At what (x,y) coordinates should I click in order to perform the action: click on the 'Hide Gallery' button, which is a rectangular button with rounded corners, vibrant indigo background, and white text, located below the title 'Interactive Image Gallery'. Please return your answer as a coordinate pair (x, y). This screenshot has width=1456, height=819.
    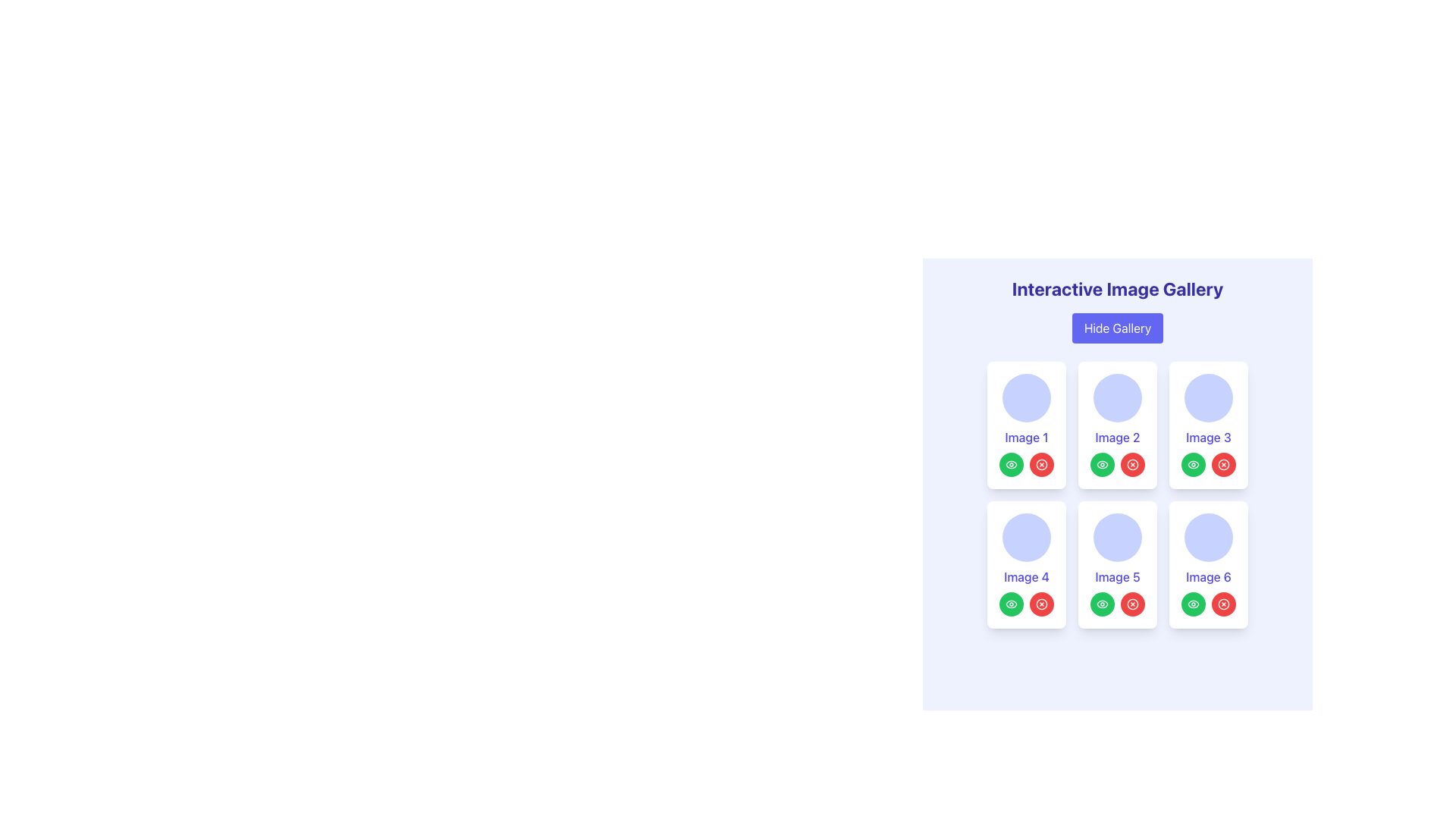
    Looking at the image, I should click on (1117, 327).